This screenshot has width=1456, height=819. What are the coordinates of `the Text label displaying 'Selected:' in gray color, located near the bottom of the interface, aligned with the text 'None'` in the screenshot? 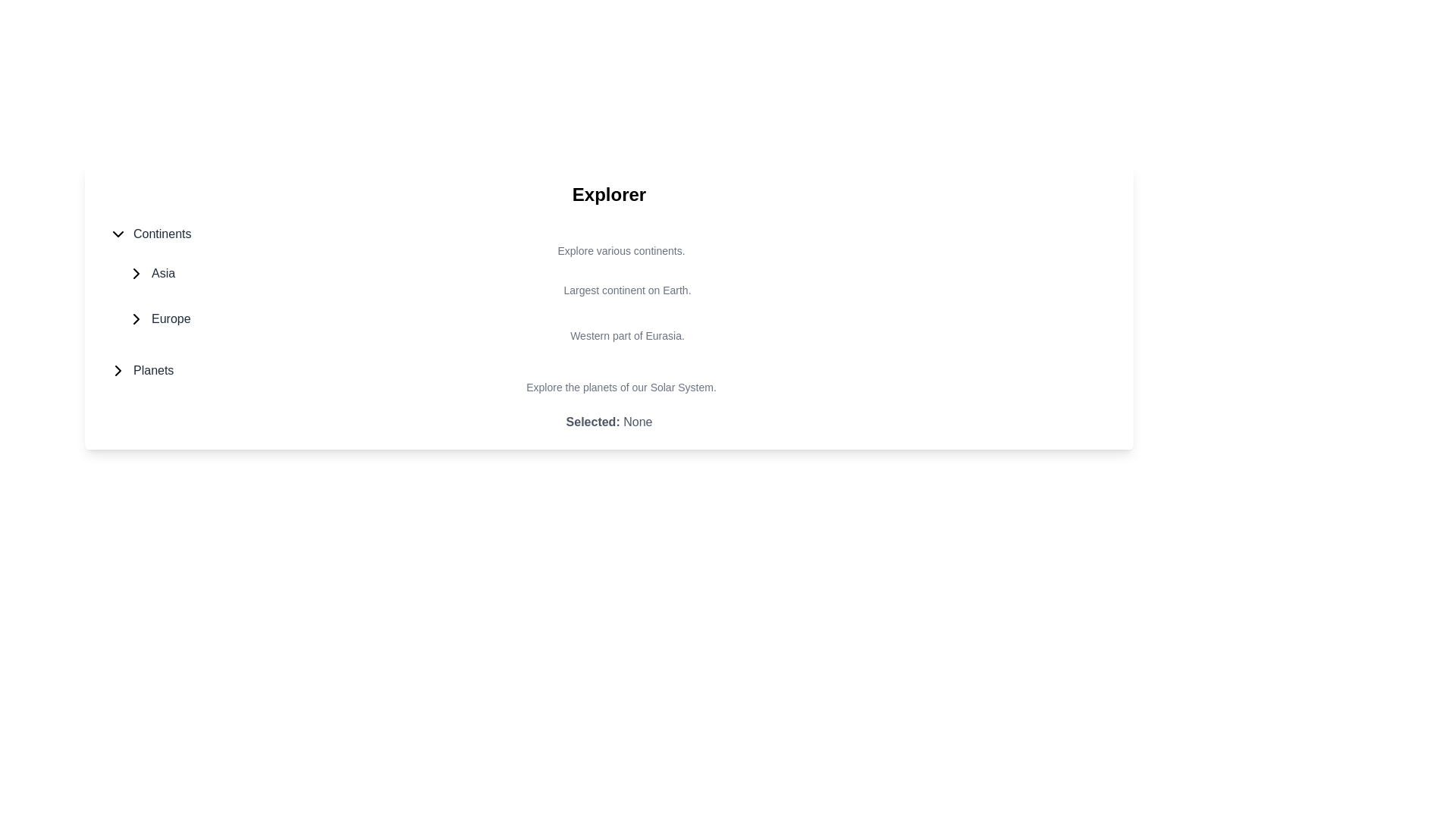 It's located at (592, 422).